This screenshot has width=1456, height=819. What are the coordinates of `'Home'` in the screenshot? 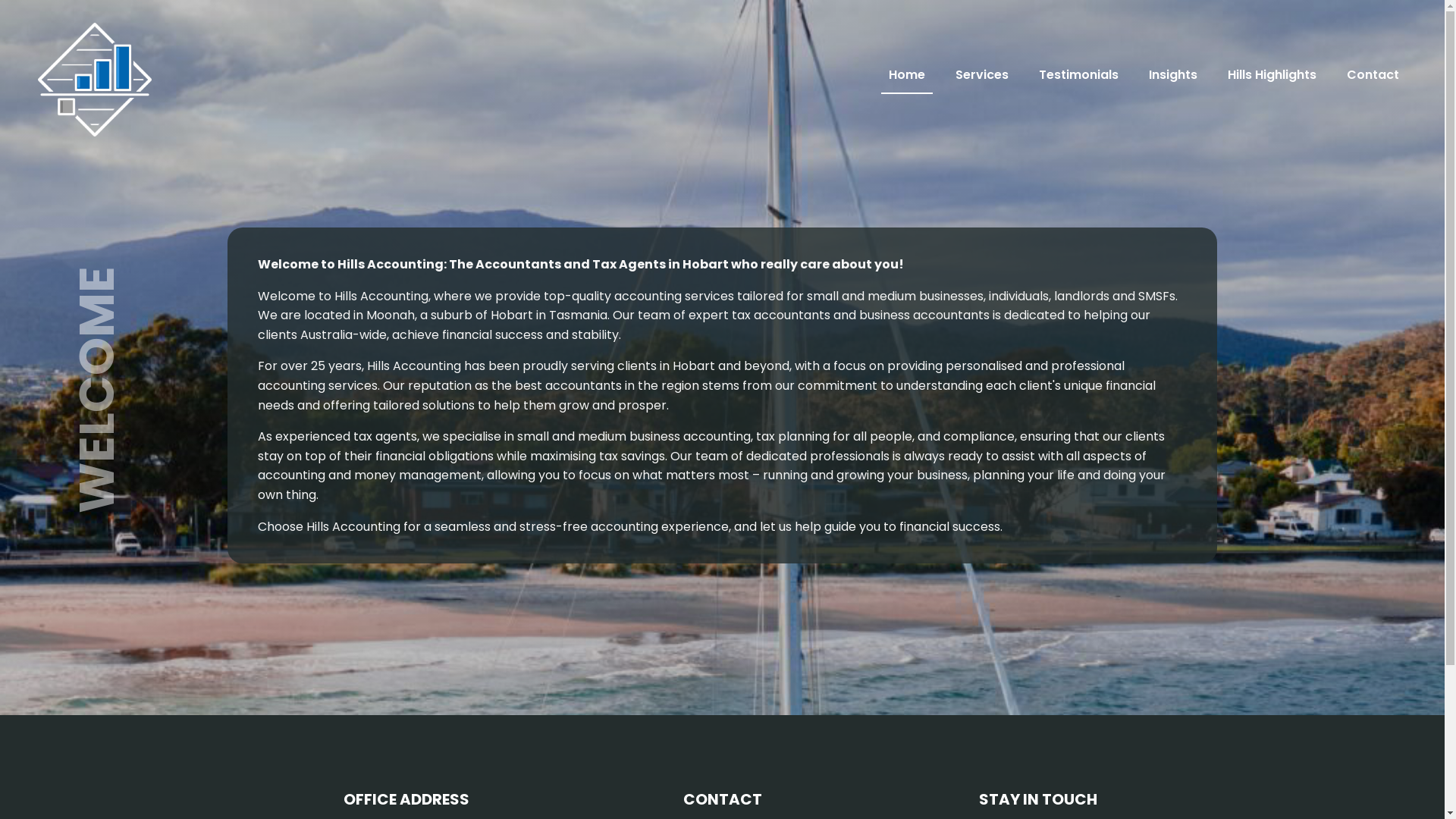 It's located at (906, 79).